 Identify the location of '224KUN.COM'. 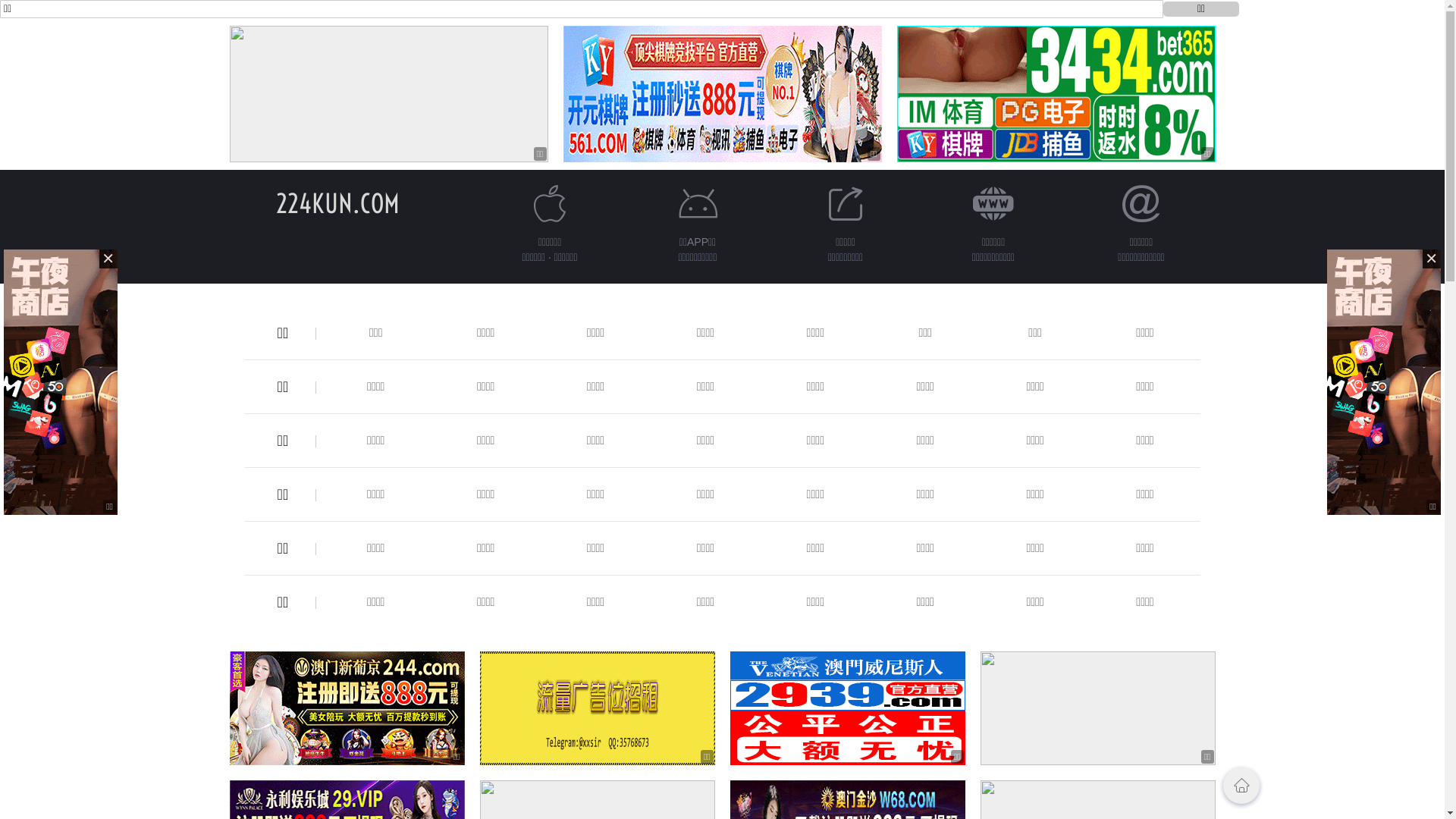
(276, 202).